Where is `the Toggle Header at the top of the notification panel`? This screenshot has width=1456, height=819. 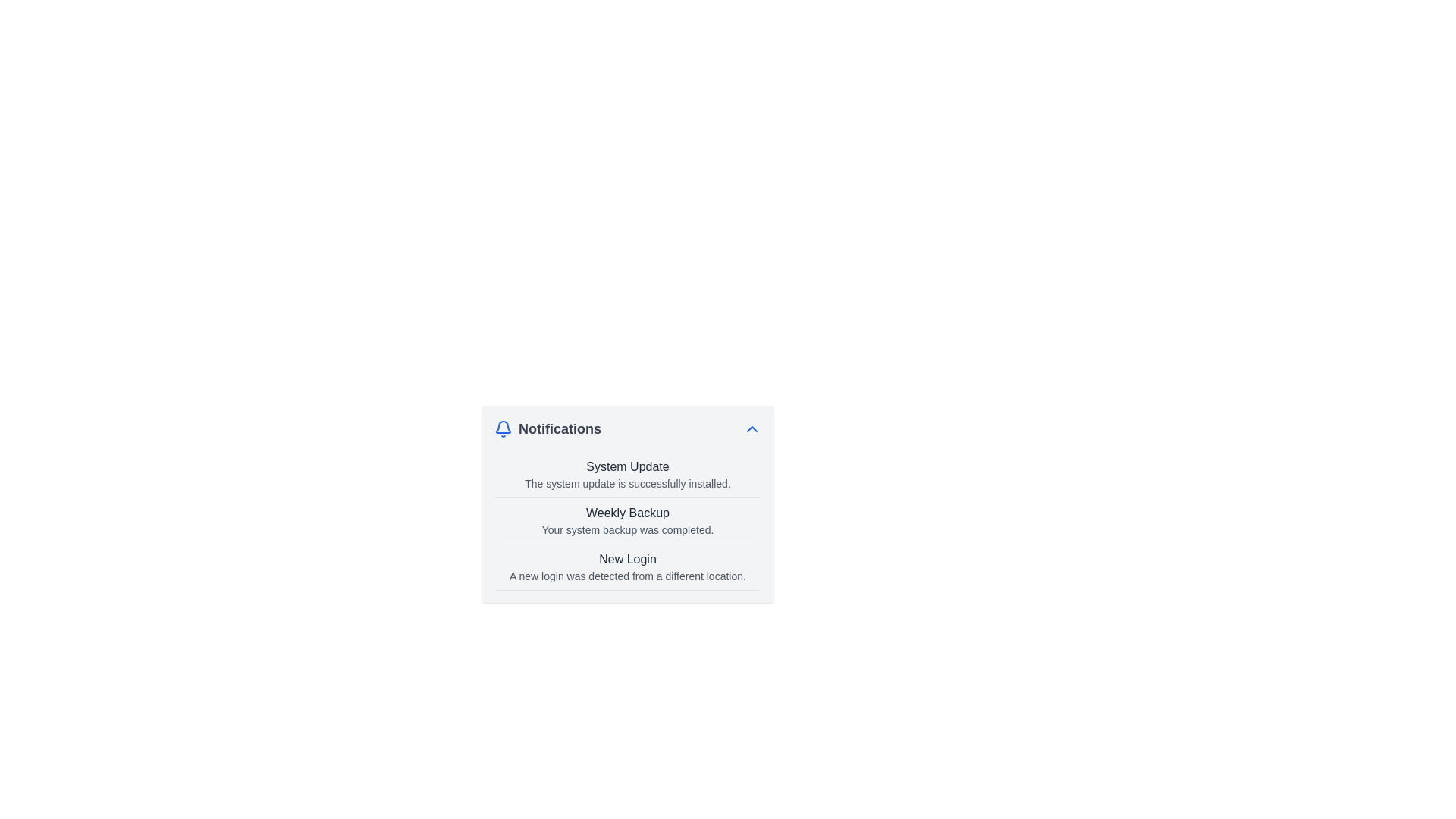 the Toggle Header at the top of the notification panel is located at coordinates (628, 429).